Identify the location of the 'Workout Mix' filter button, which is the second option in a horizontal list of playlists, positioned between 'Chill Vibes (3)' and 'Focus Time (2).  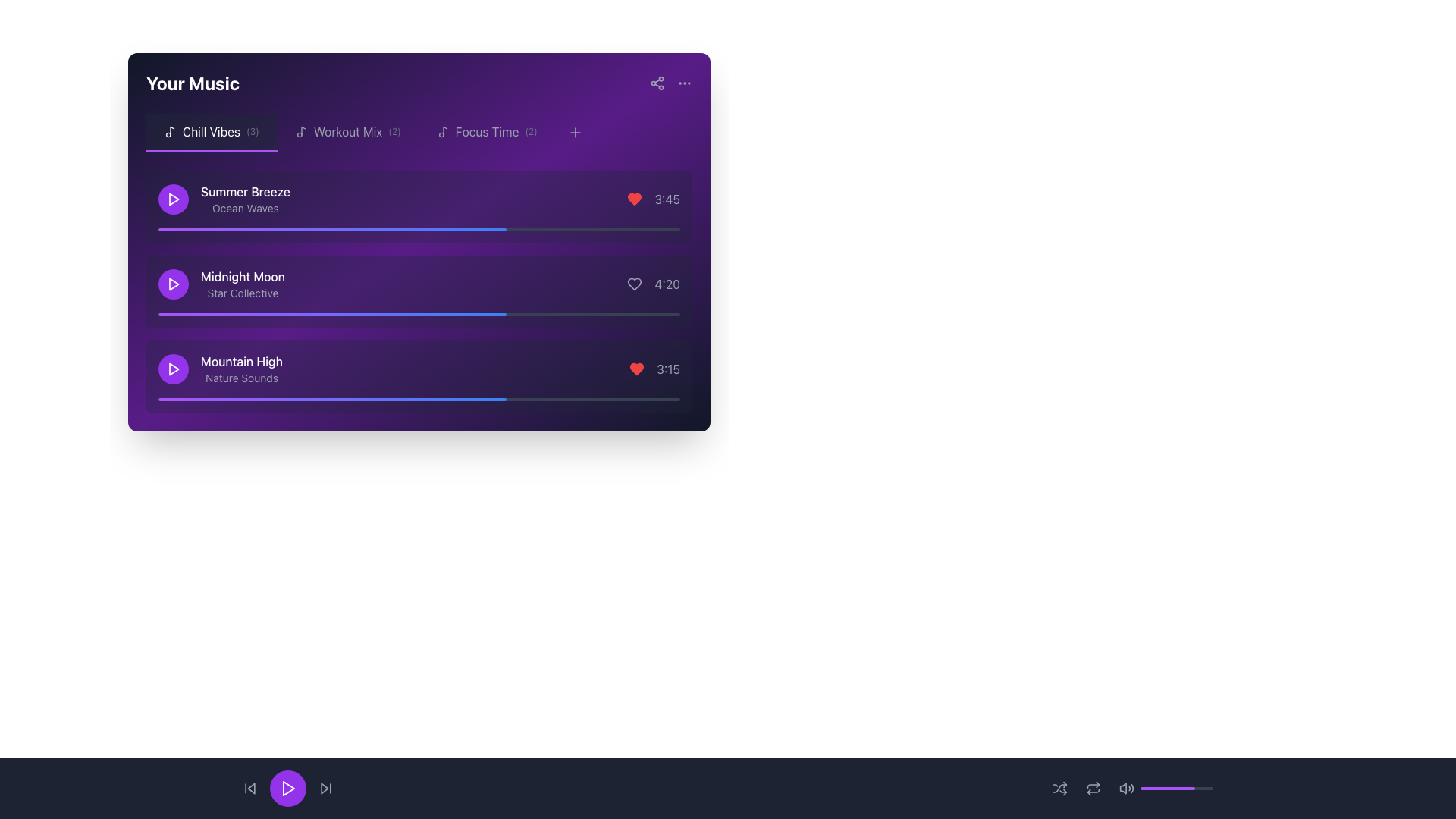
(347, 131).